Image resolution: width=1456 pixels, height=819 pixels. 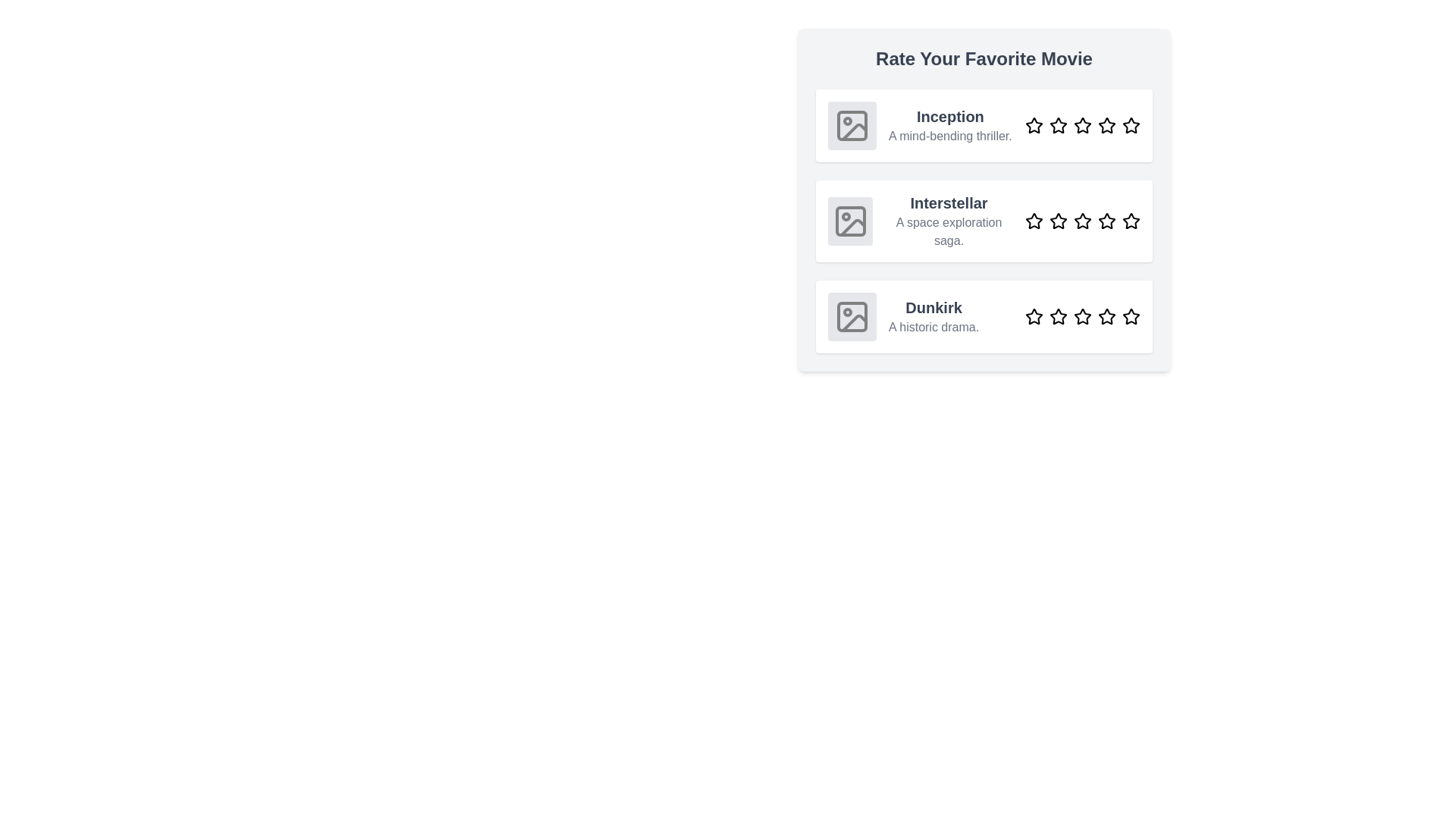 What do you see at coordinates (1106, 315) in the screenshot?
I see `the fourth star icon in the star rating section for the movie 'Dunkirk'` at bounding box center [1106, 315].